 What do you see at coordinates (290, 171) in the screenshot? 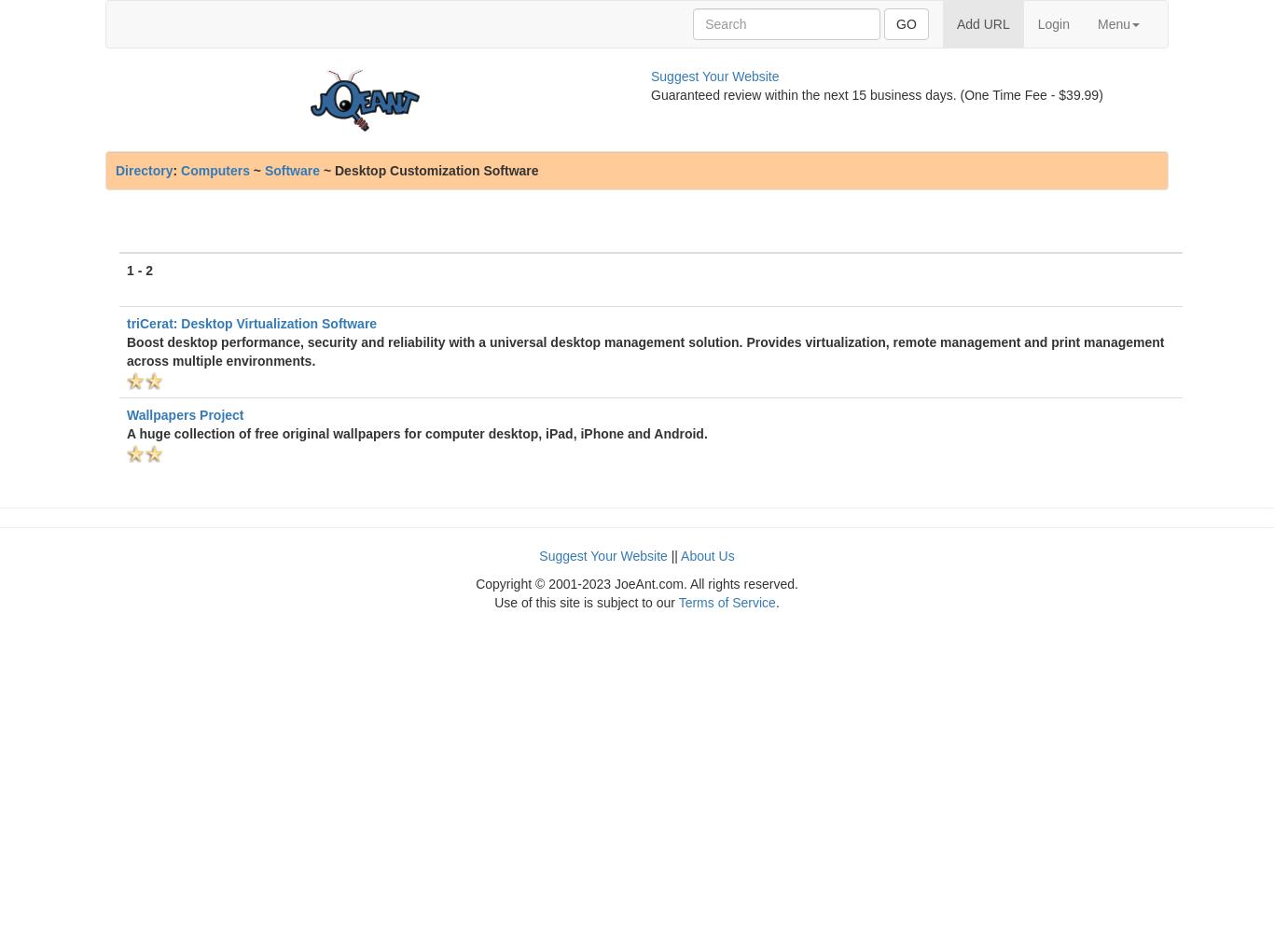
I see `'Software'` at bounding box center [290, 171].